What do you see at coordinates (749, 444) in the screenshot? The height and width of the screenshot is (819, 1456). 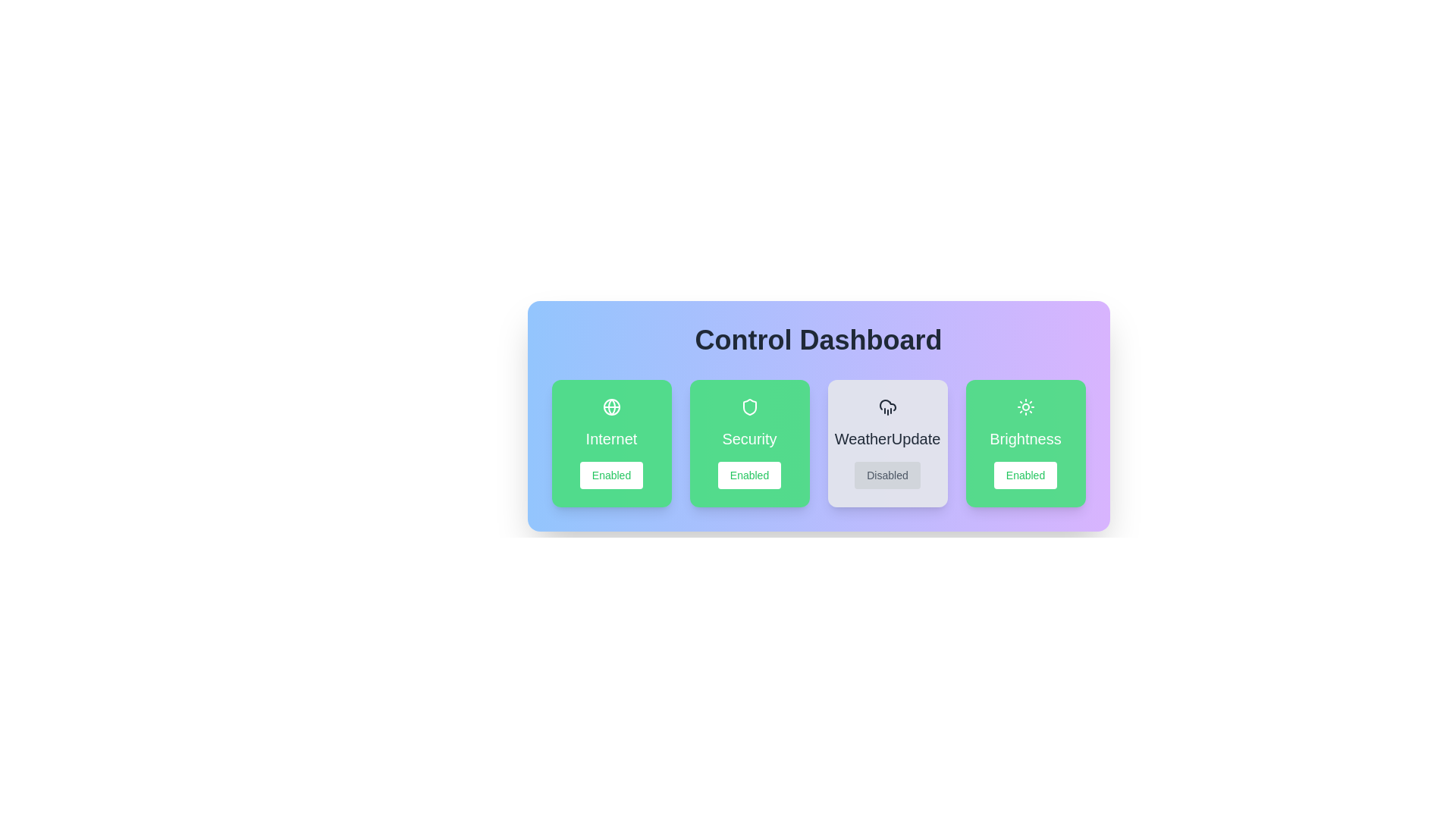 I see `the card representing Security` at bounding box center [749, 444].